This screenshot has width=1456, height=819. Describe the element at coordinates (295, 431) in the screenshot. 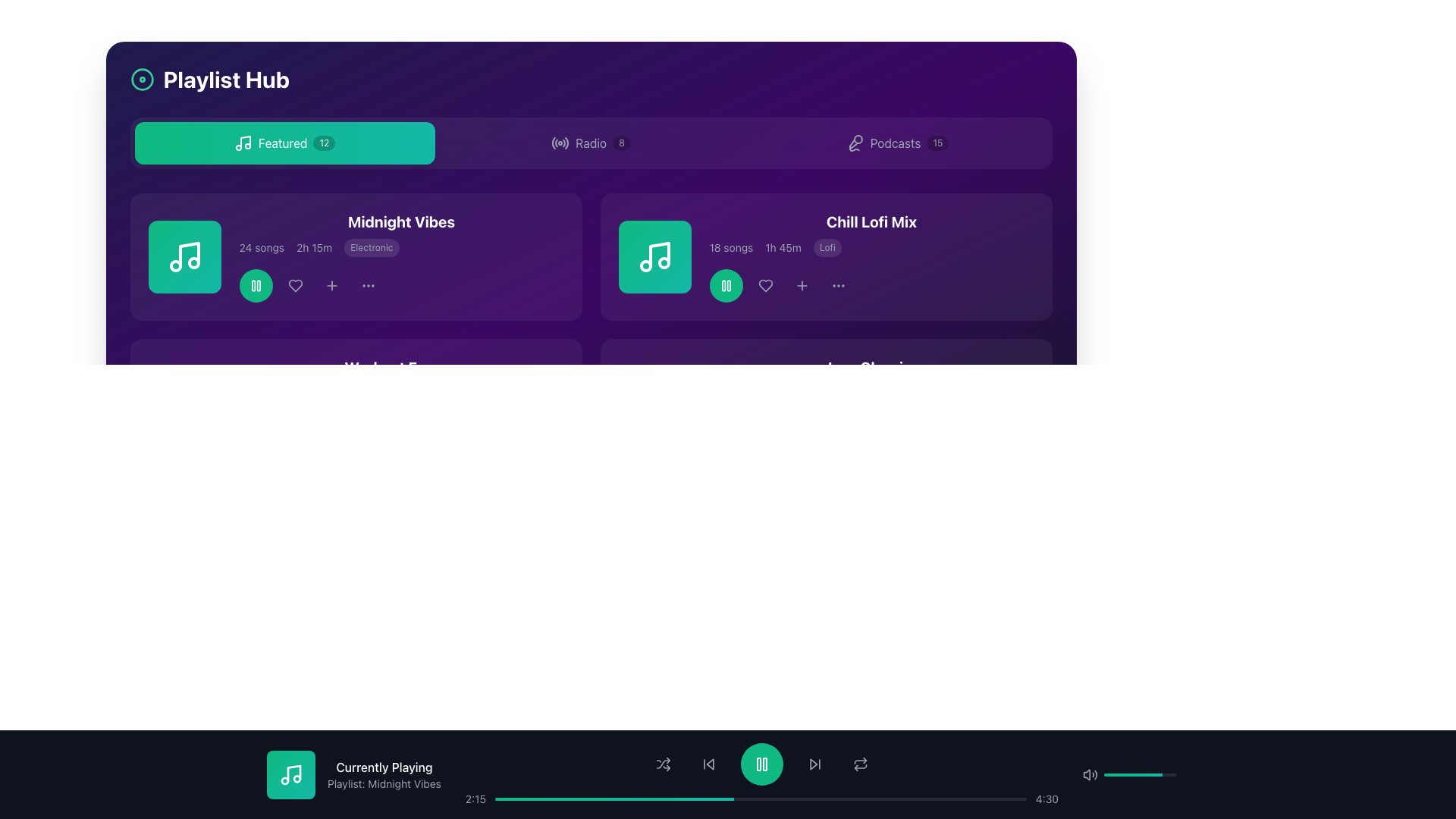

I see `the heart-shaped button located in the lower section of the interface` at that location.